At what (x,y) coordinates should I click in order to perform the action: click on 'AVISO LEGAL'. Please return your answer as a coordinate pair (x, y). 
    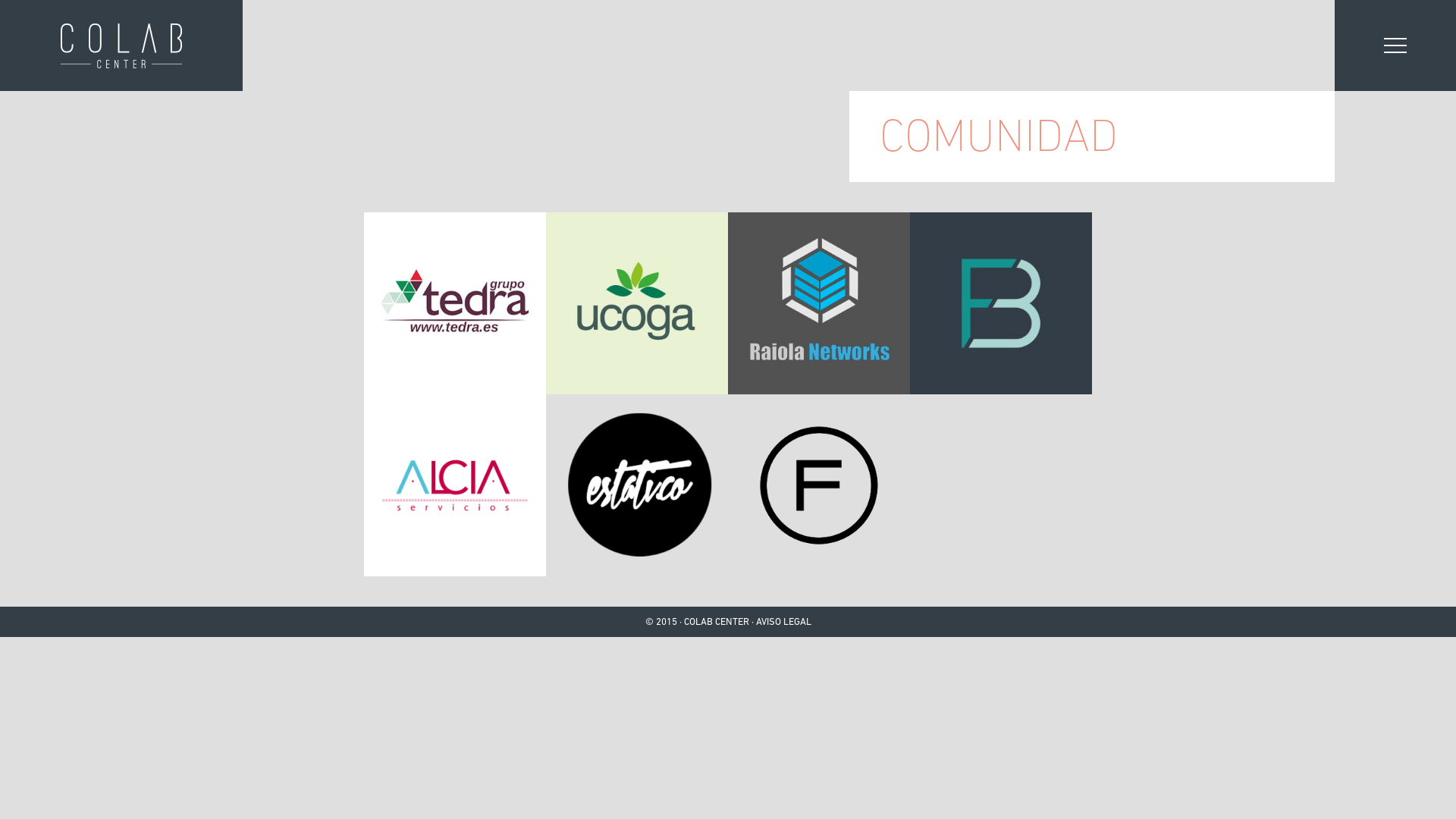
    Looking at the image, I should click on (783, 622).